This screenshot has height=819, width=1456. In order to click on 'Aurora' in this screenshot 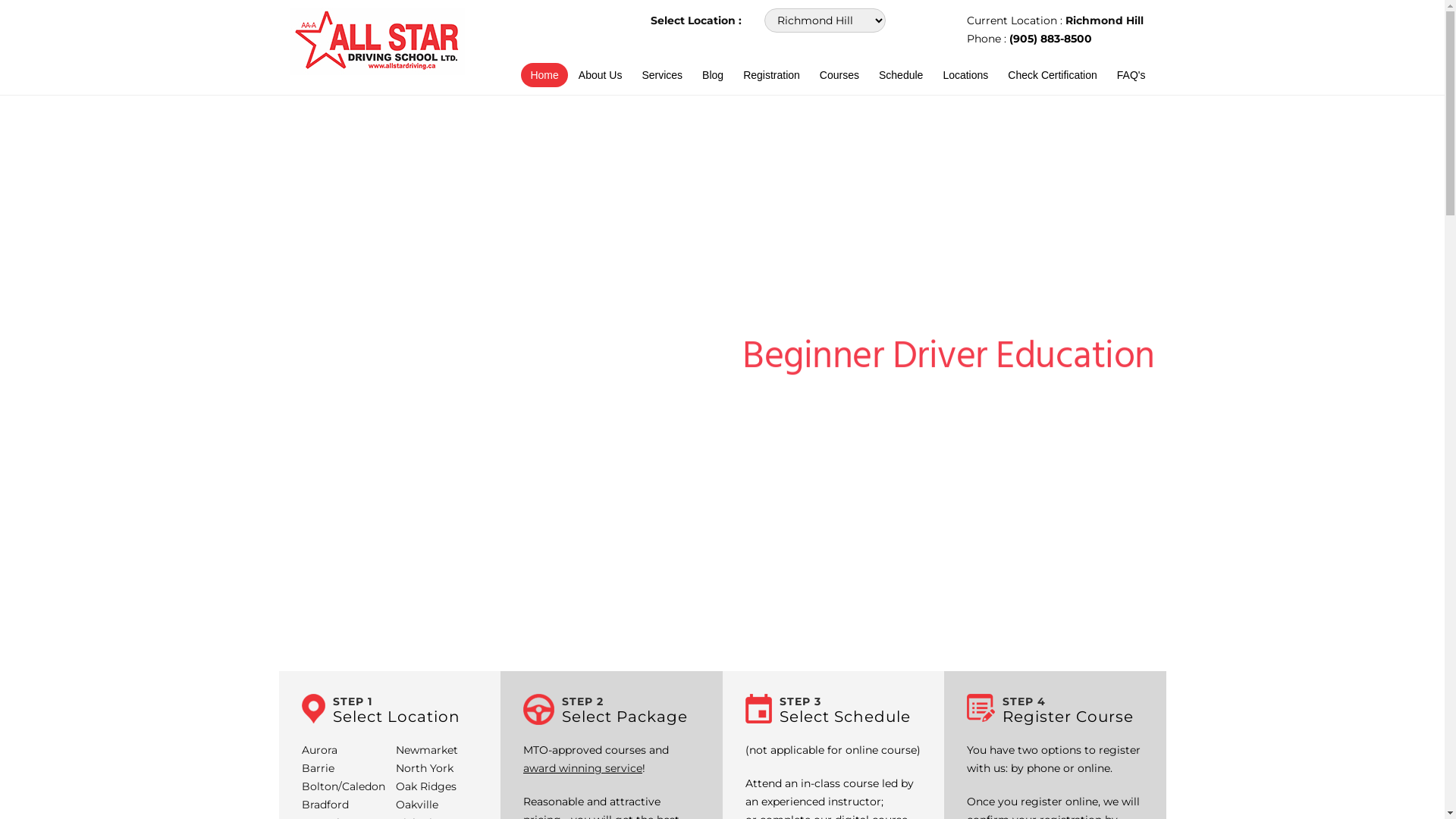, I will do `click(302, 748)`.